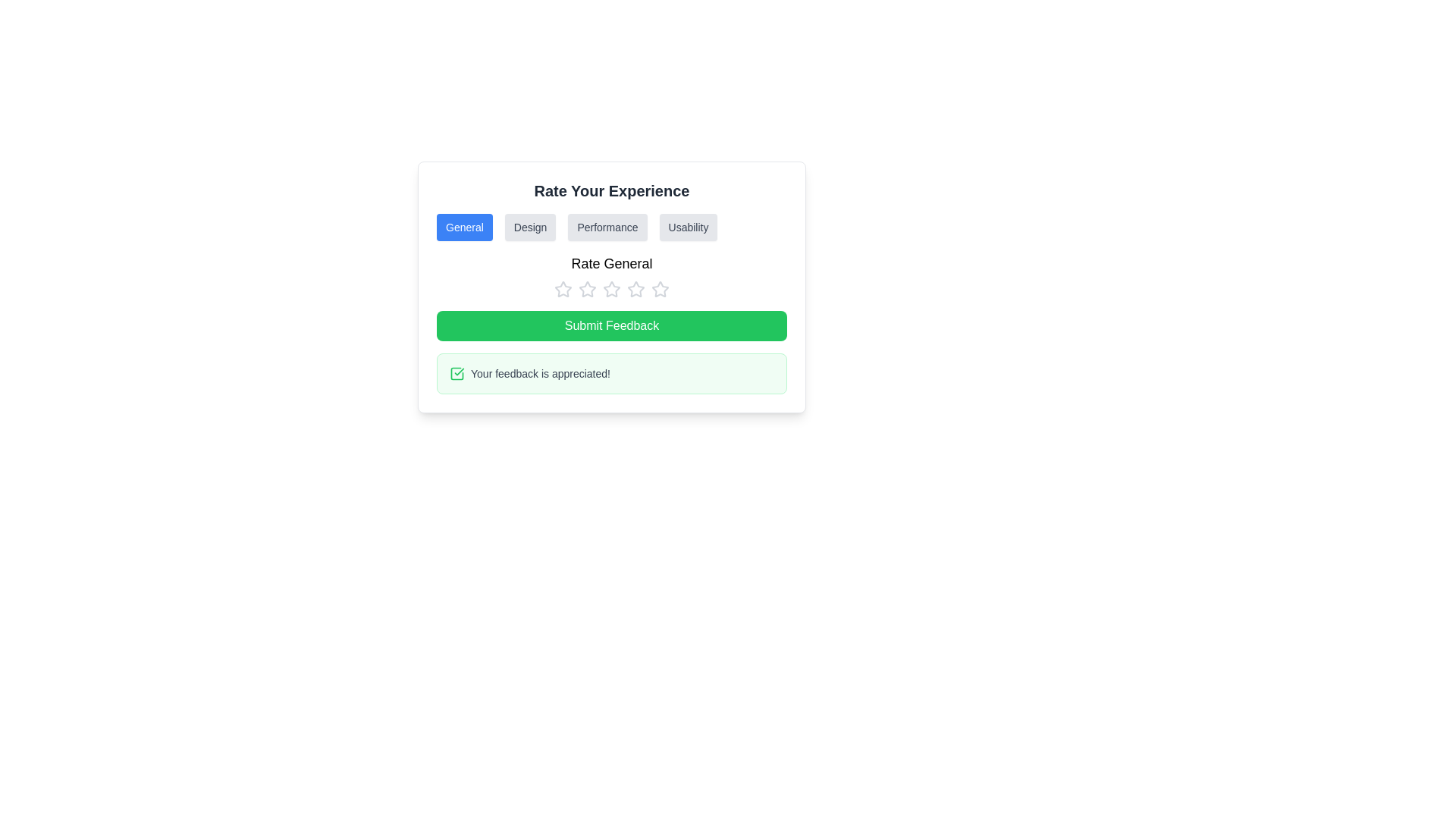  I want to click on the fifth rating star icon in the 5-star rating system, so click(660, 289).